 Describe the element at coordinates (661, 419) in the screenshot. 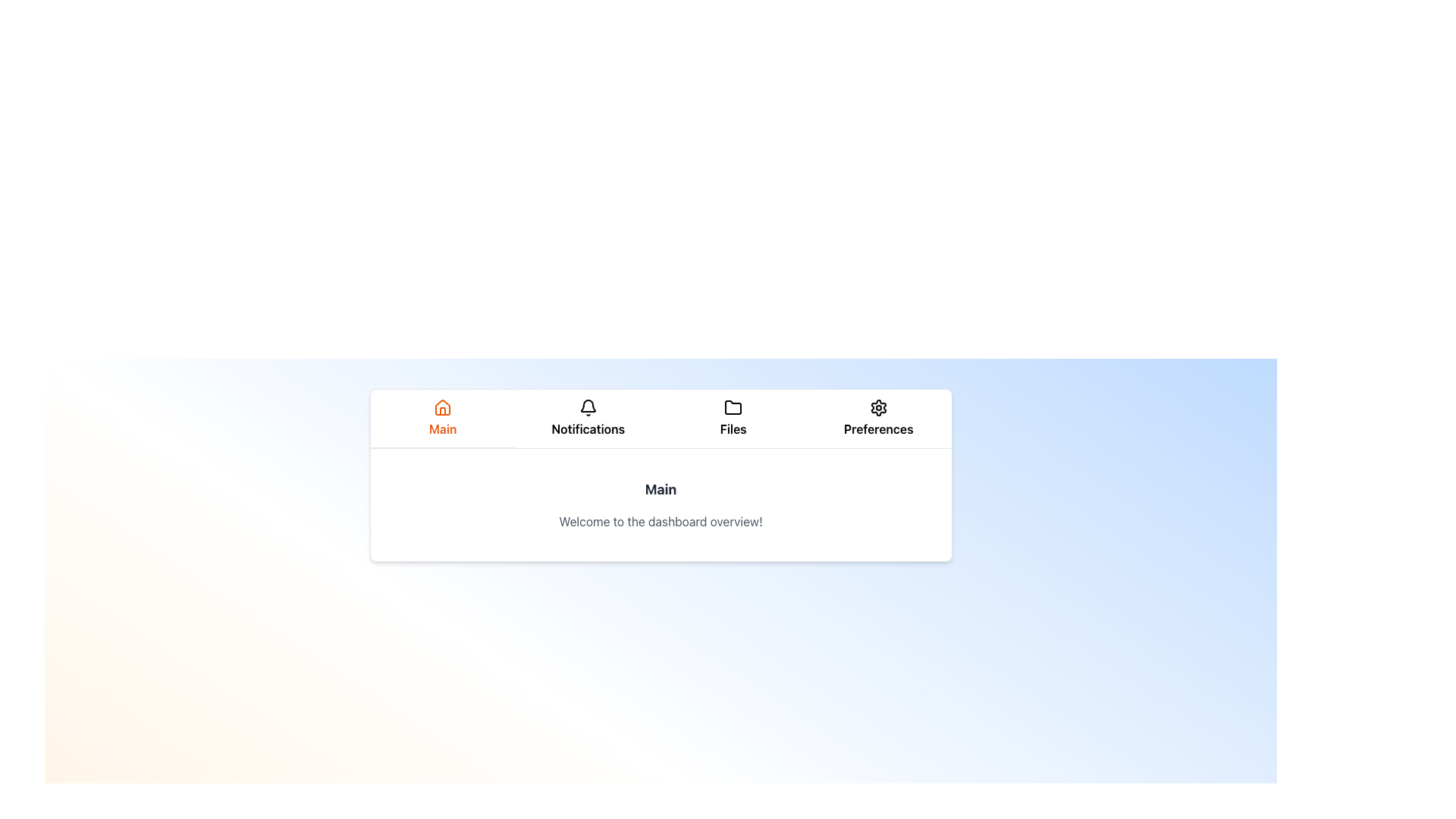

I see `the Tabbed Navigation Menu` at that location.